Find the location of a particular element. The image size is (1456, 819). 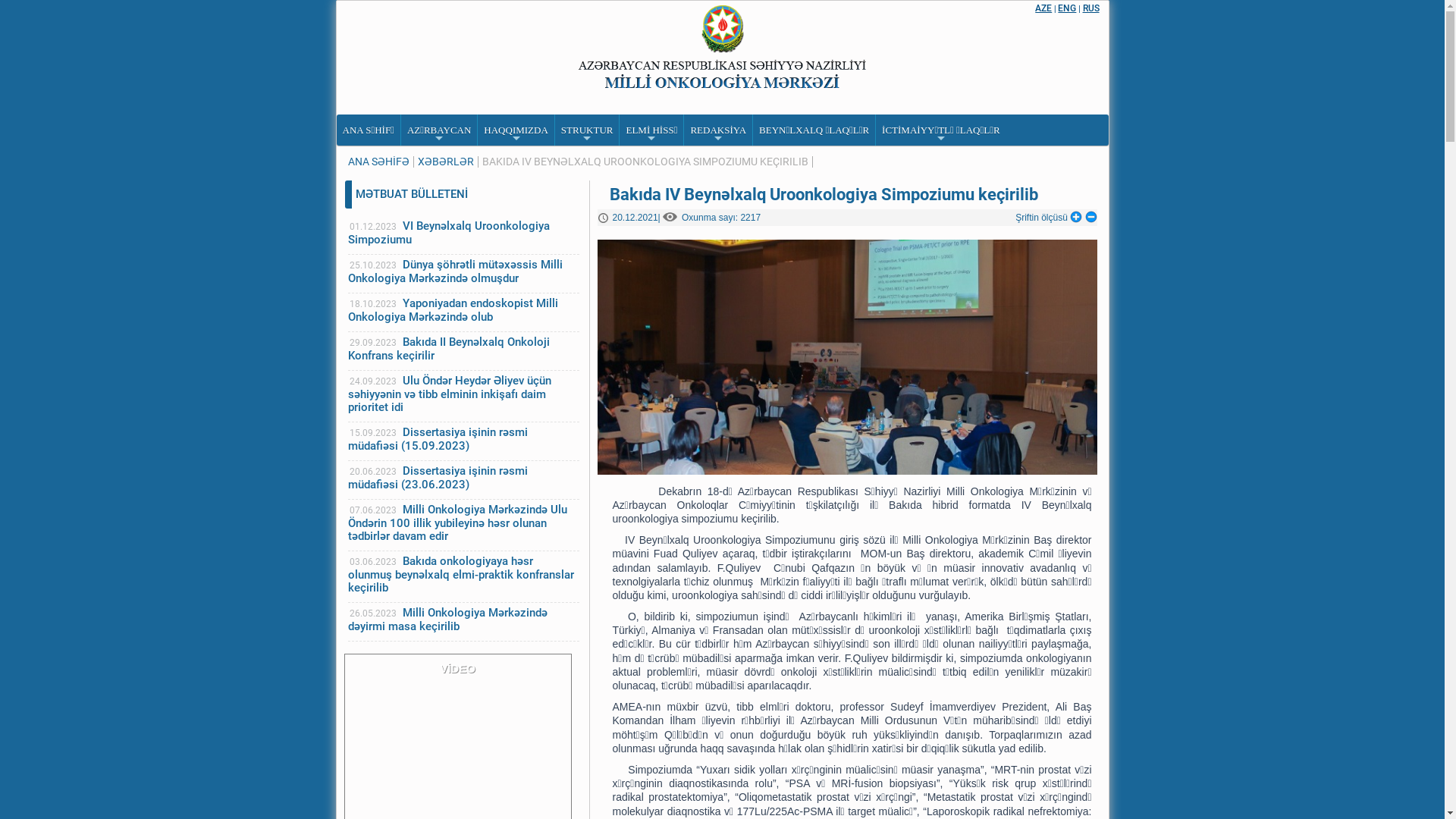

'ENG' is located at coordinates (1065, 8).